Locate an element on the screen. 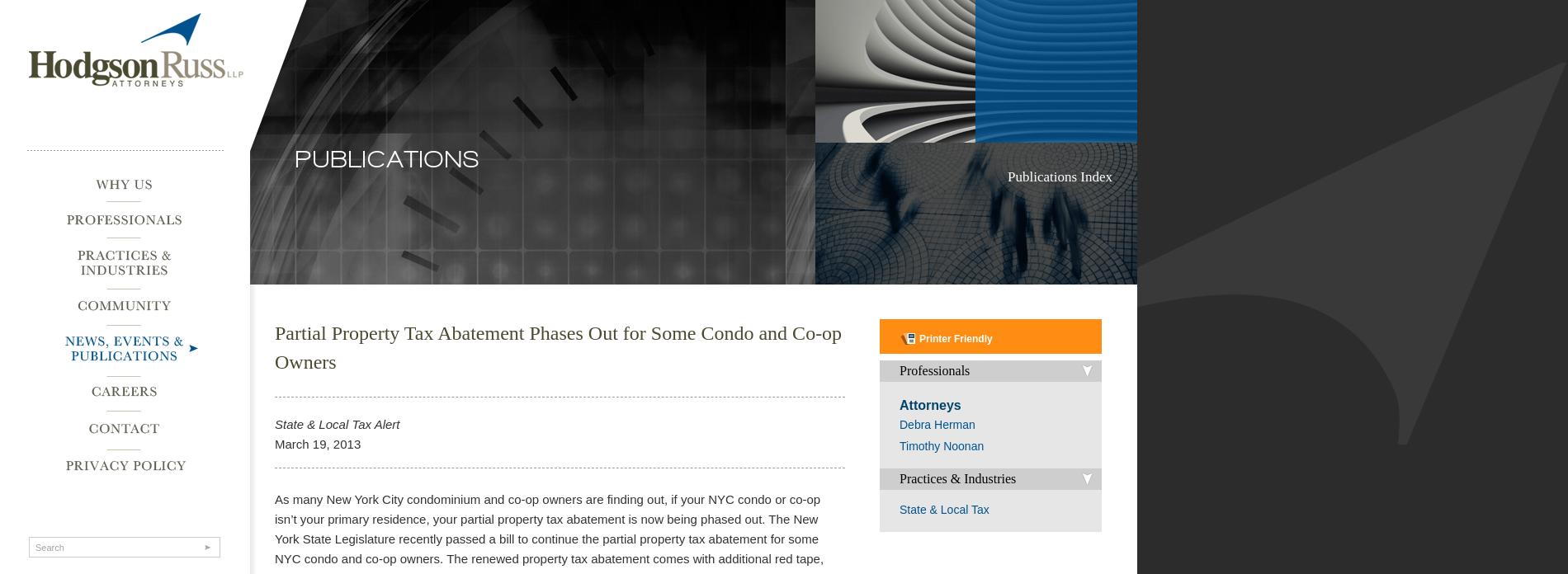 The height and width of the screenshot is (574, 1568). 'Publications Index' is located at coordinates (1059, 176).